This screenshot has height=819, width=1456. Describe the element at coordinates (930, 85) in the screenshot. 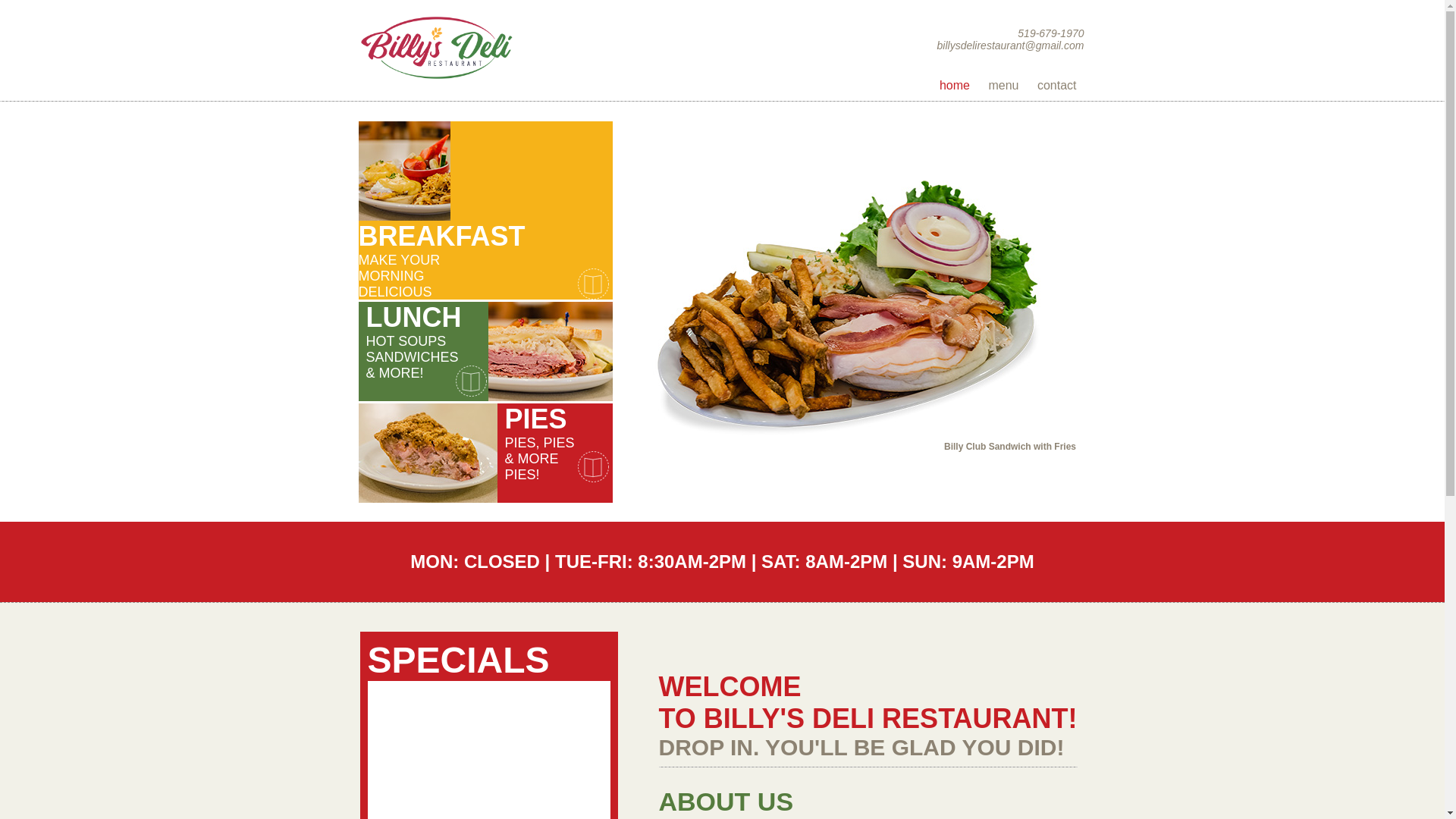

I see `'home'` at that location.